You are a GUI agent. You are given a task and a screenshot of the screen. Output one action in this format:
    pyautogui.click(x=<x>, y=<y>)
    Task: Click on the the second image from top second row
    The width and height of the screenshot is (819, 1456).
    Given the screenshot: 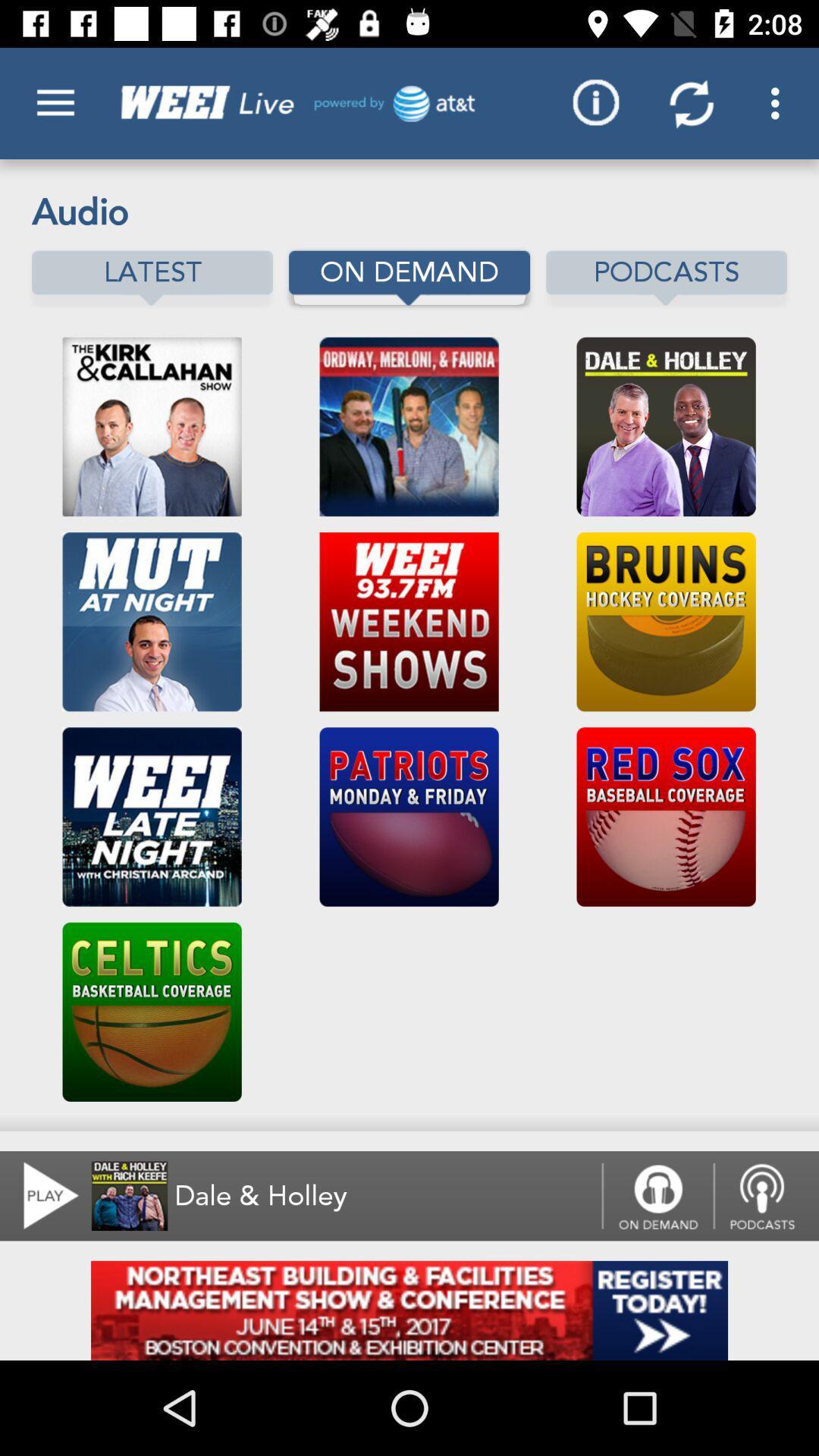 What is the action you would take?
    pyautogui.click(x=409, y=622)
    